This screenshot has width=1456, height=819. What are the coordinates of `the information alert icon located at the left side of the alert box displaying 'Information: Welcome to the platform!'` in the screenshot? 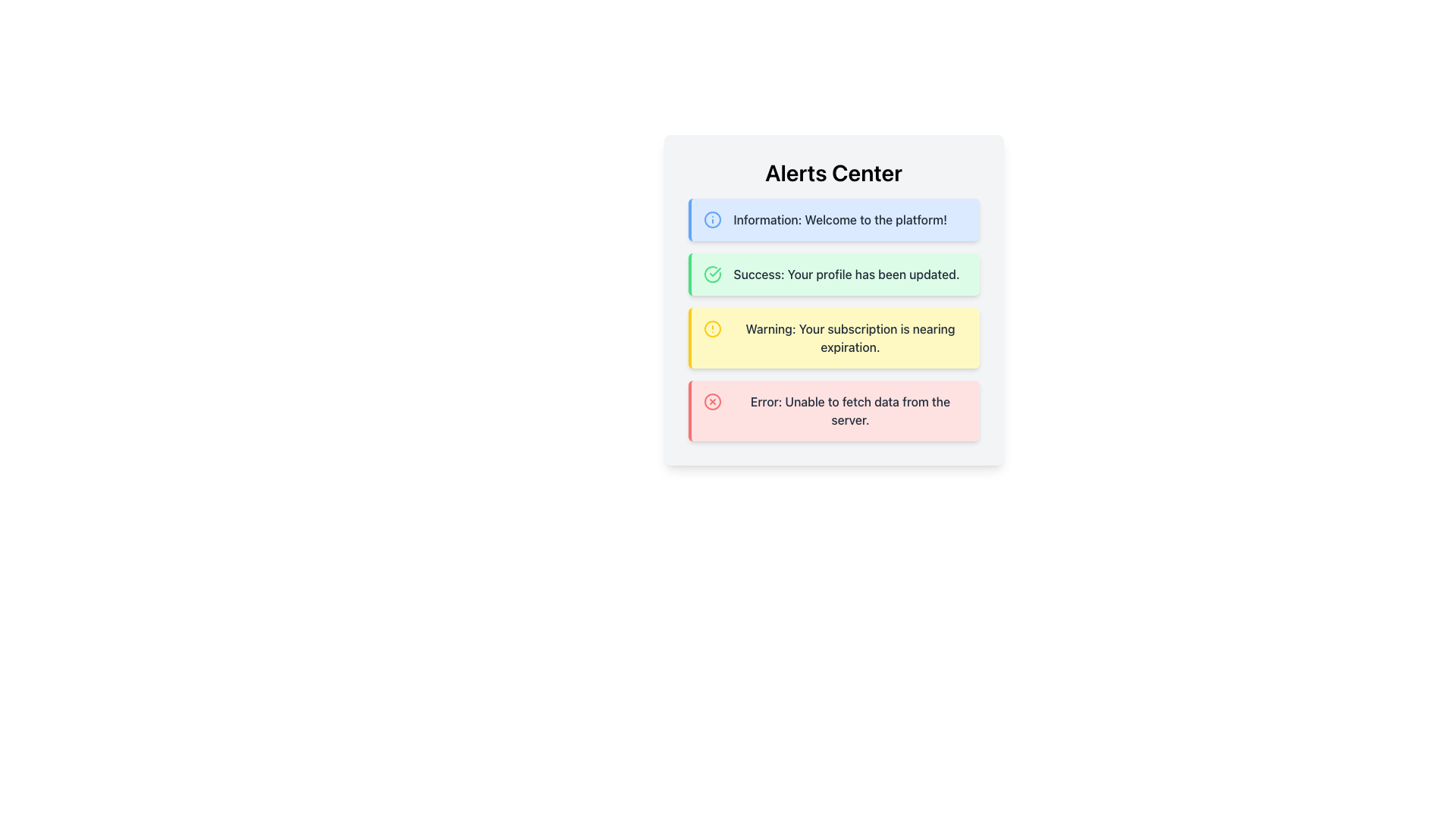 It's located at (717, 219).